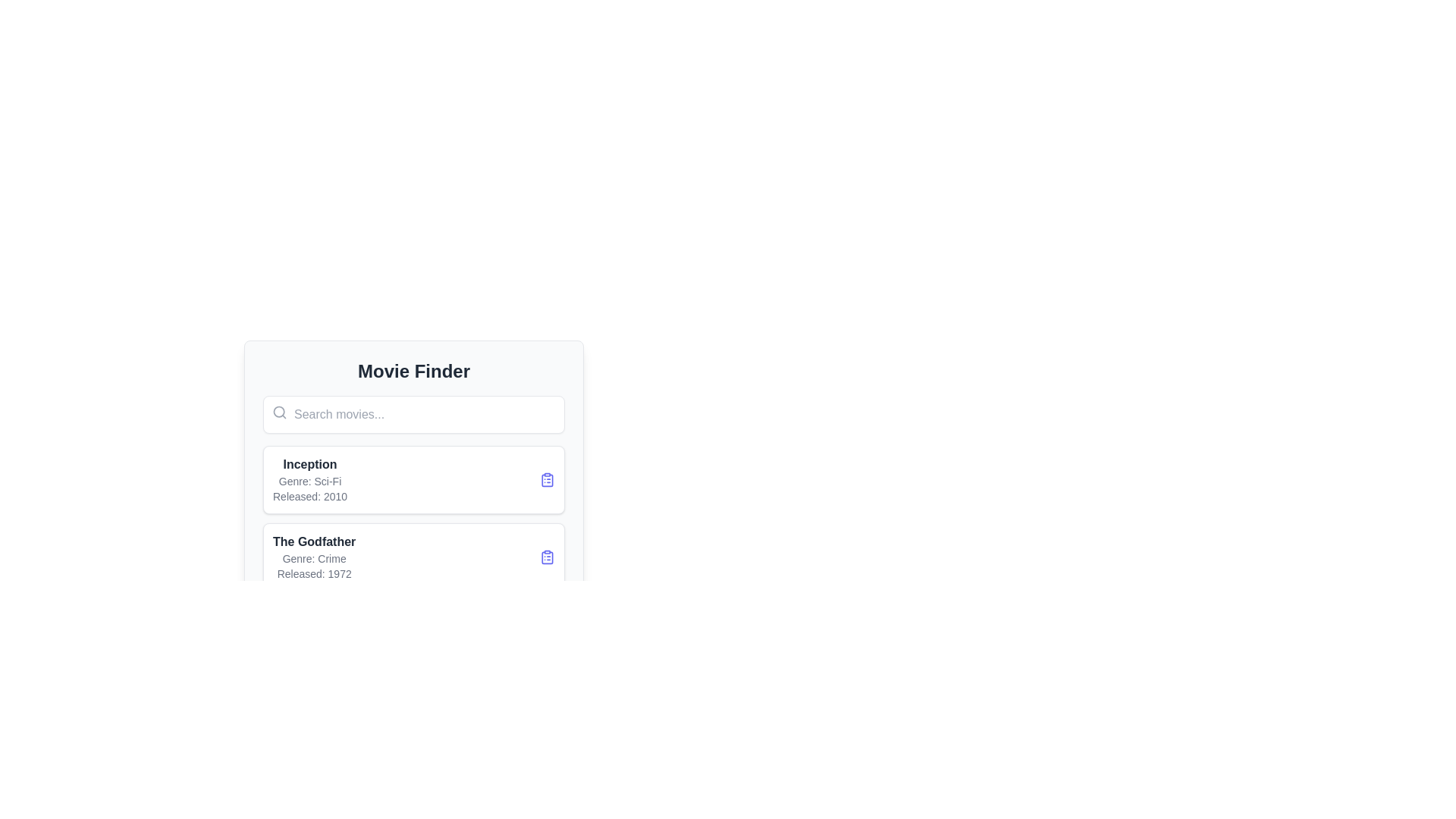 The height and width of the screenshot is (819, 1456). Describe the element at coordinates (313, 557) in the screenshot. I see `the information display block presenting details about the movie 'The Godfather' located in the 'Movie Finder' section` at that location.